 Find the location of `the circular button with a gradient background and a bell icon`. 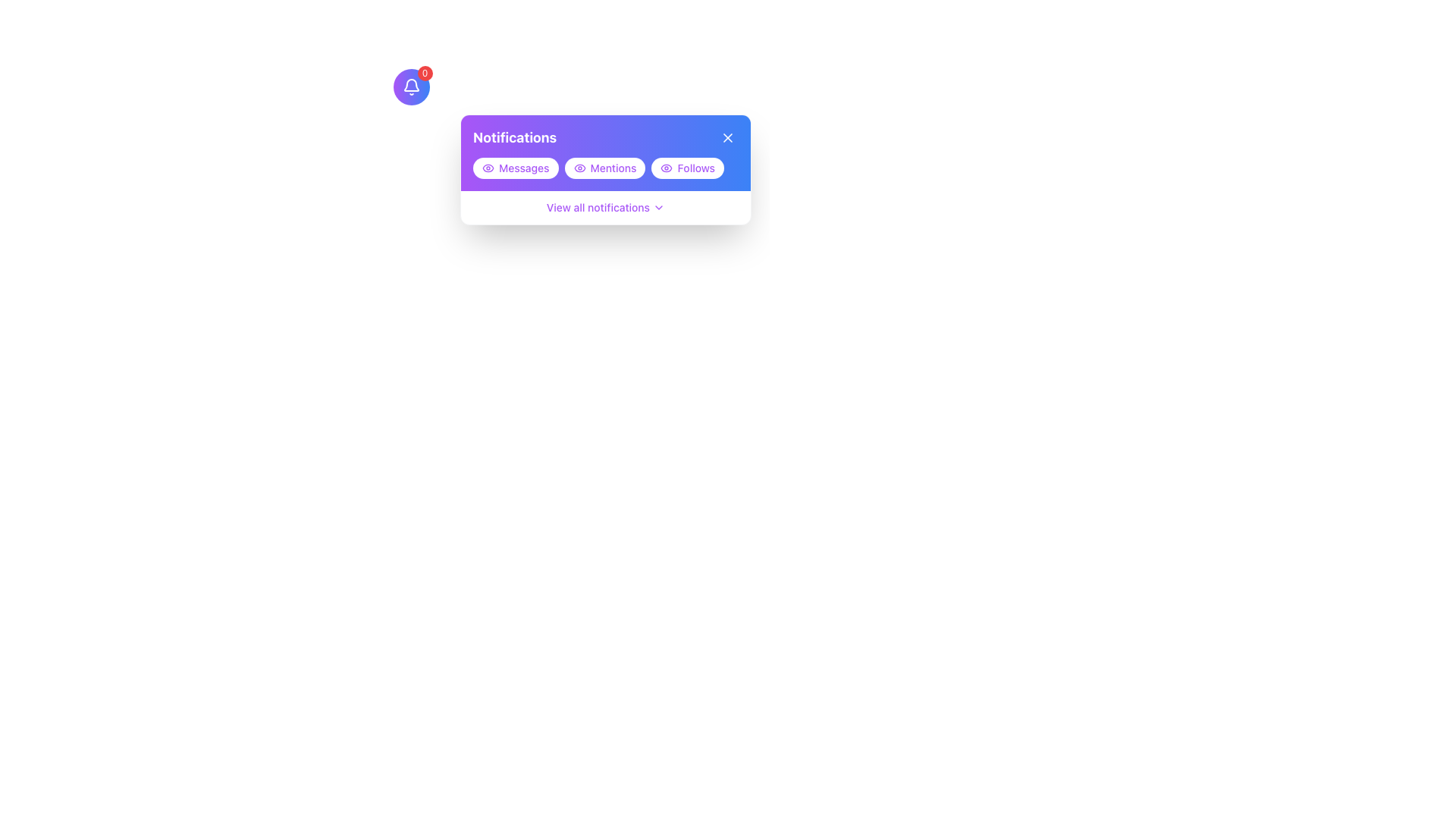

the circular button with a gradient background and a bell icon is located at coordinates (411, 87).